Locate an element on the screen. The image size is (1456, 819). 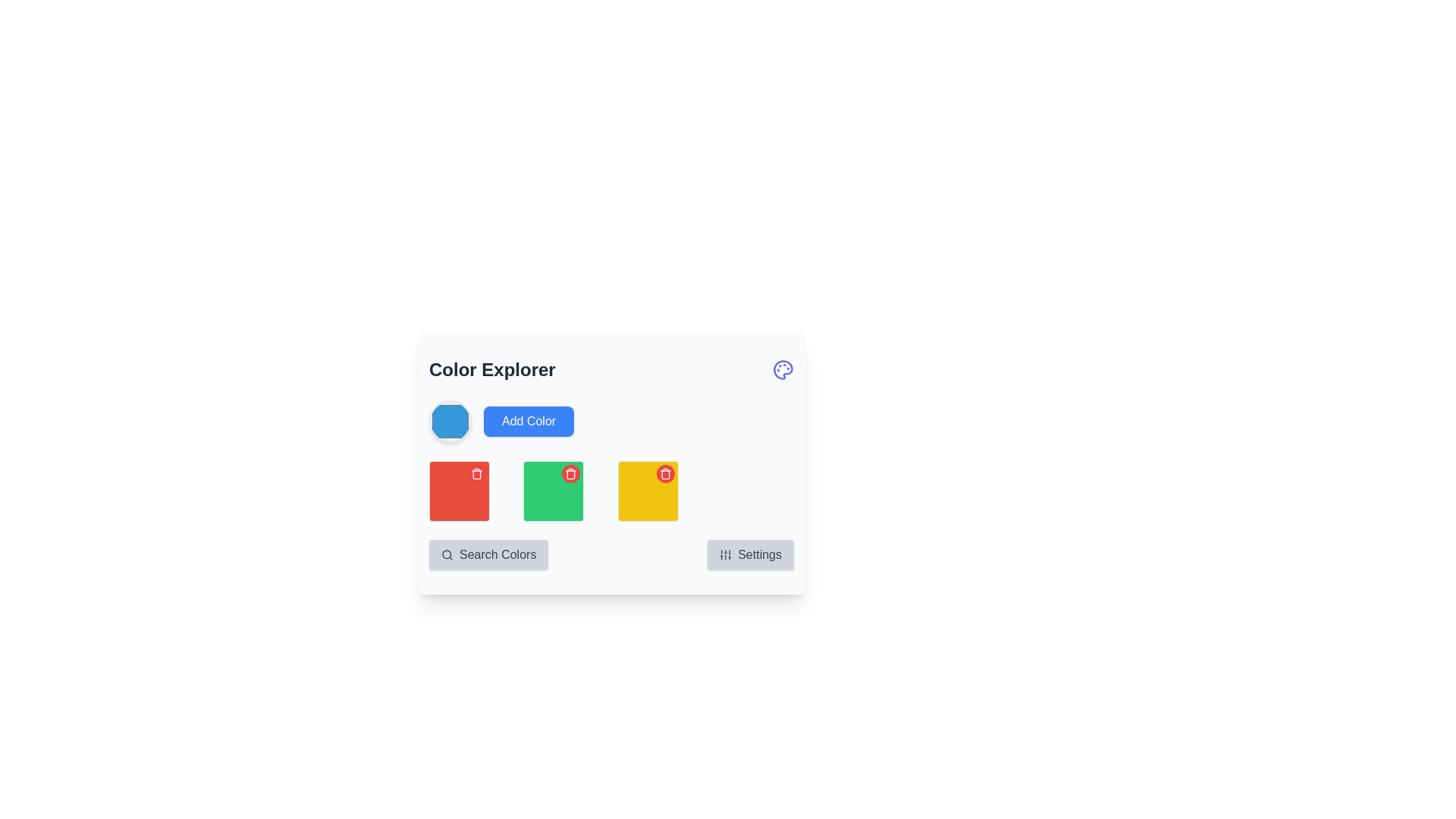
to select the first square red tile with rounded corners that has a trash icon in the top-right corner is located at coordinates (458, 491).